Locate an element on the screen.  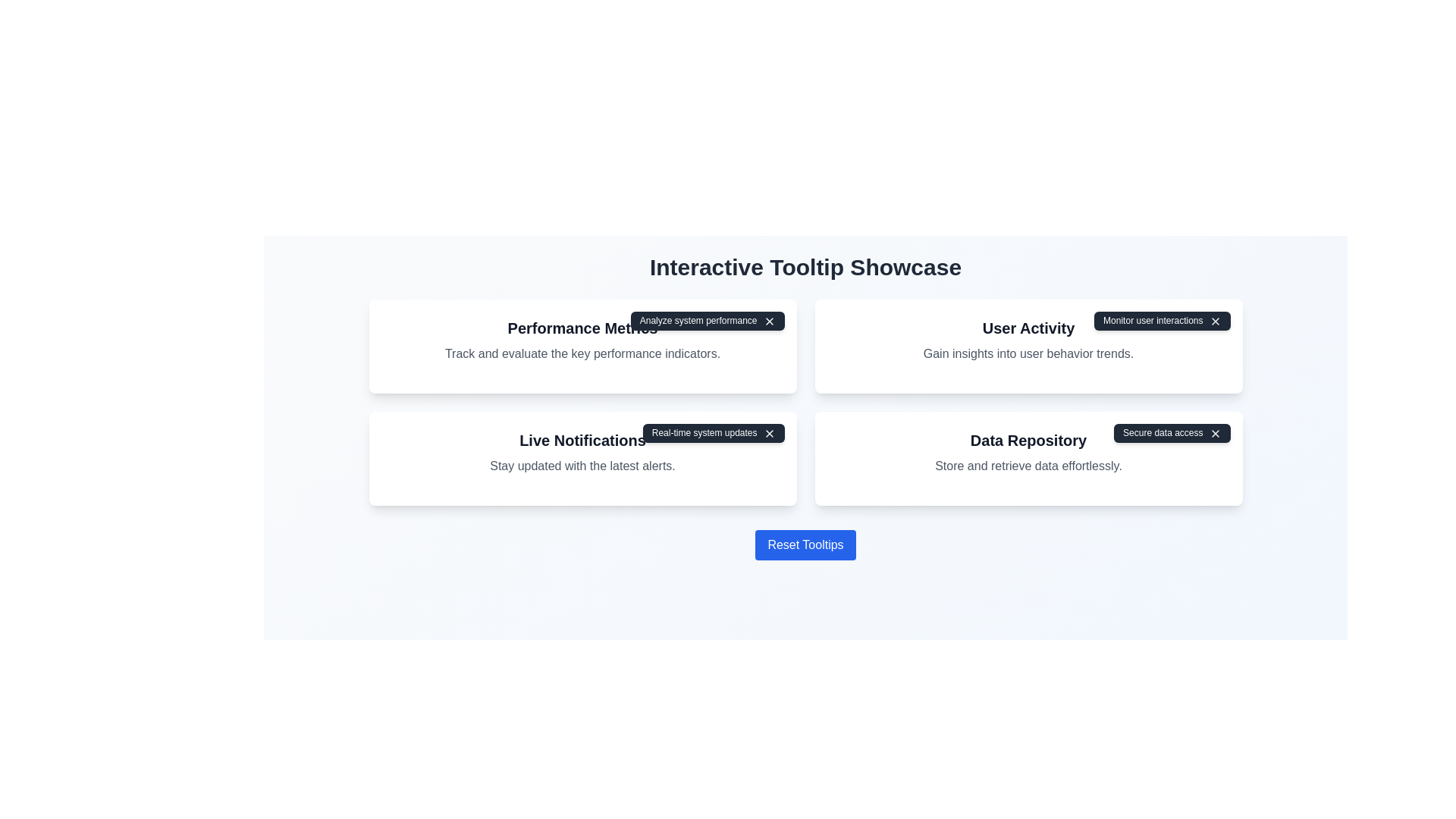
the 'X' icon button located at the top-right edge of the tooltip labeled 'Real-time system updates' to trigger the color change effect is located at coordinates (769, 433).